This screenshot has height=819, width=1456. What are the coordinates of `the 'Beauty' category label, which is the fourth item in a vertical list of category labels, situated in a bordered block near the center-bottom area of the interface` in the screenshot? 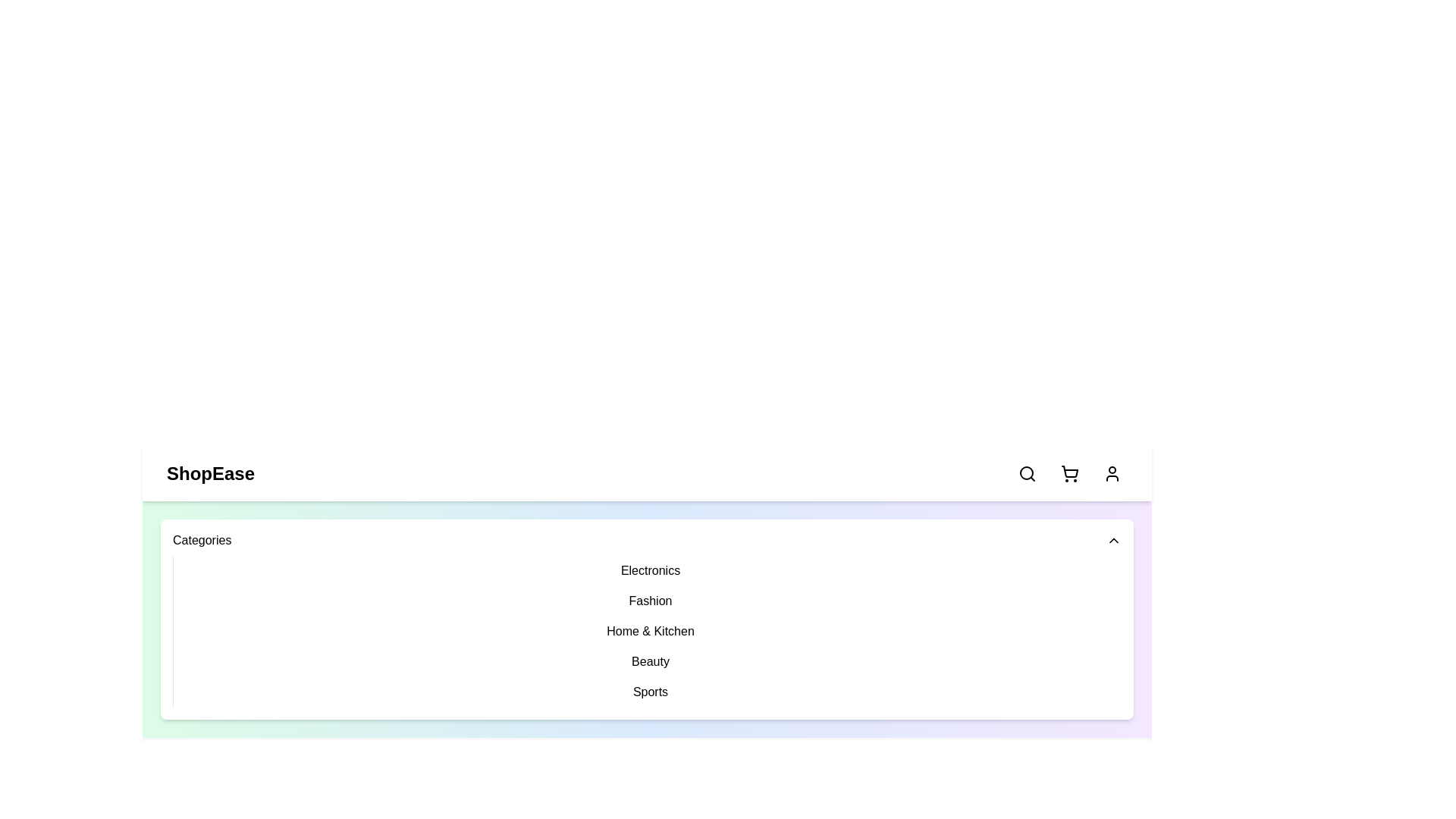 It's located at (651, 661).